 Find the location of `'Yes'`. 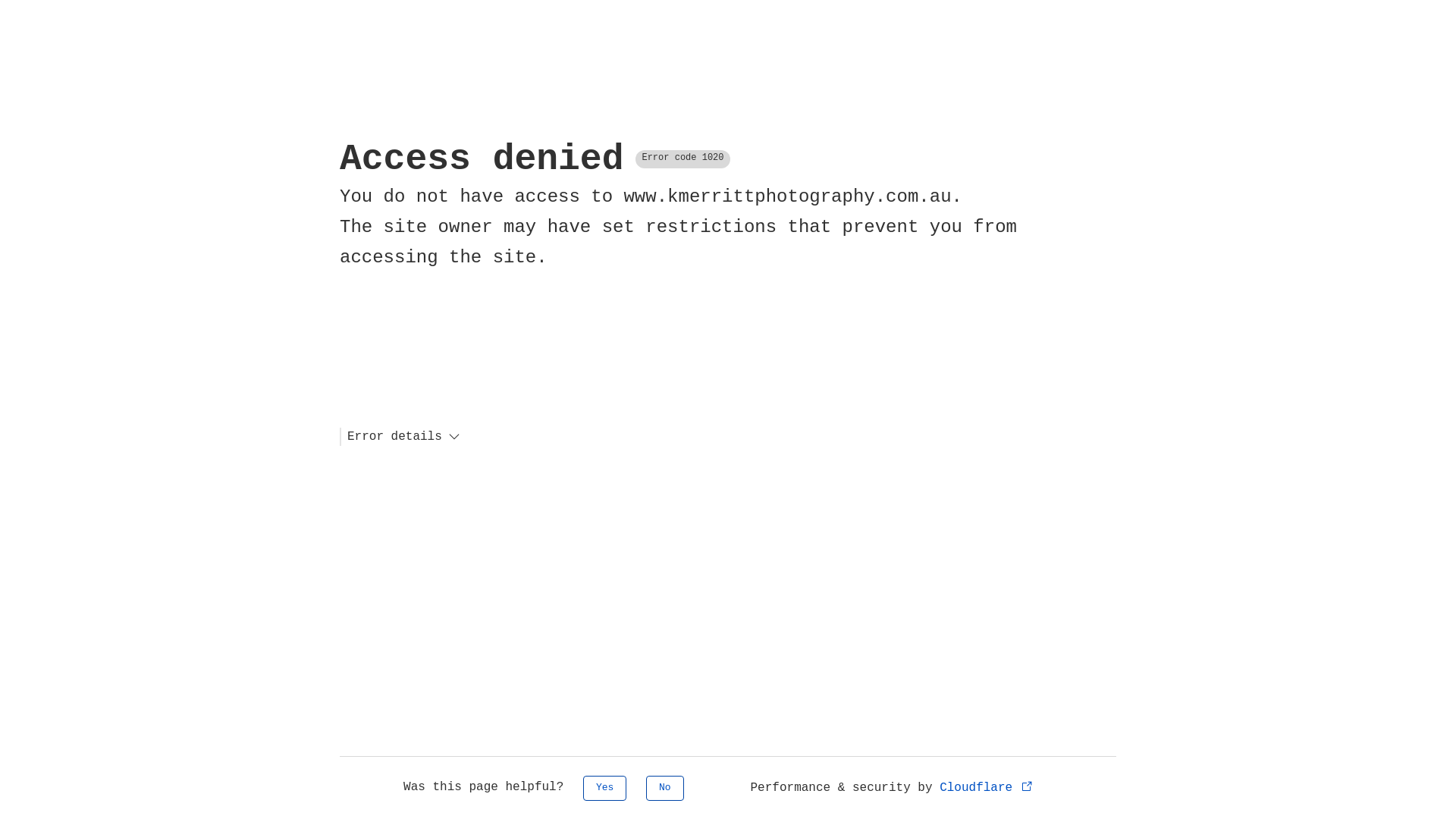

'Yes' is located at coordinates (604, 787).